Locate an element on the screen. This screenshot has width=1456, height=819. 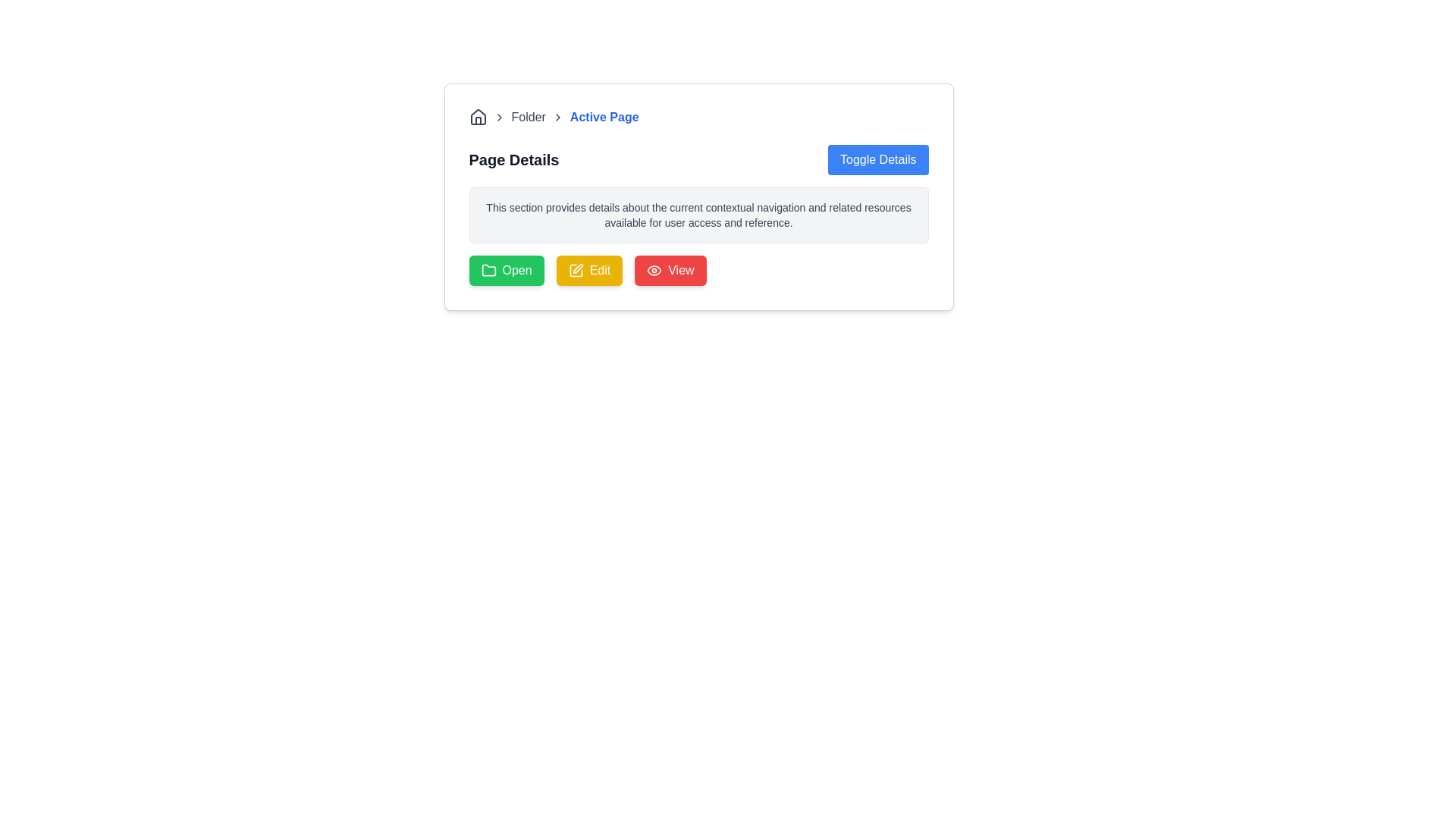
the house icon located in the breadcrumb navigation bar at the top left is located at coordinates (477, 116).